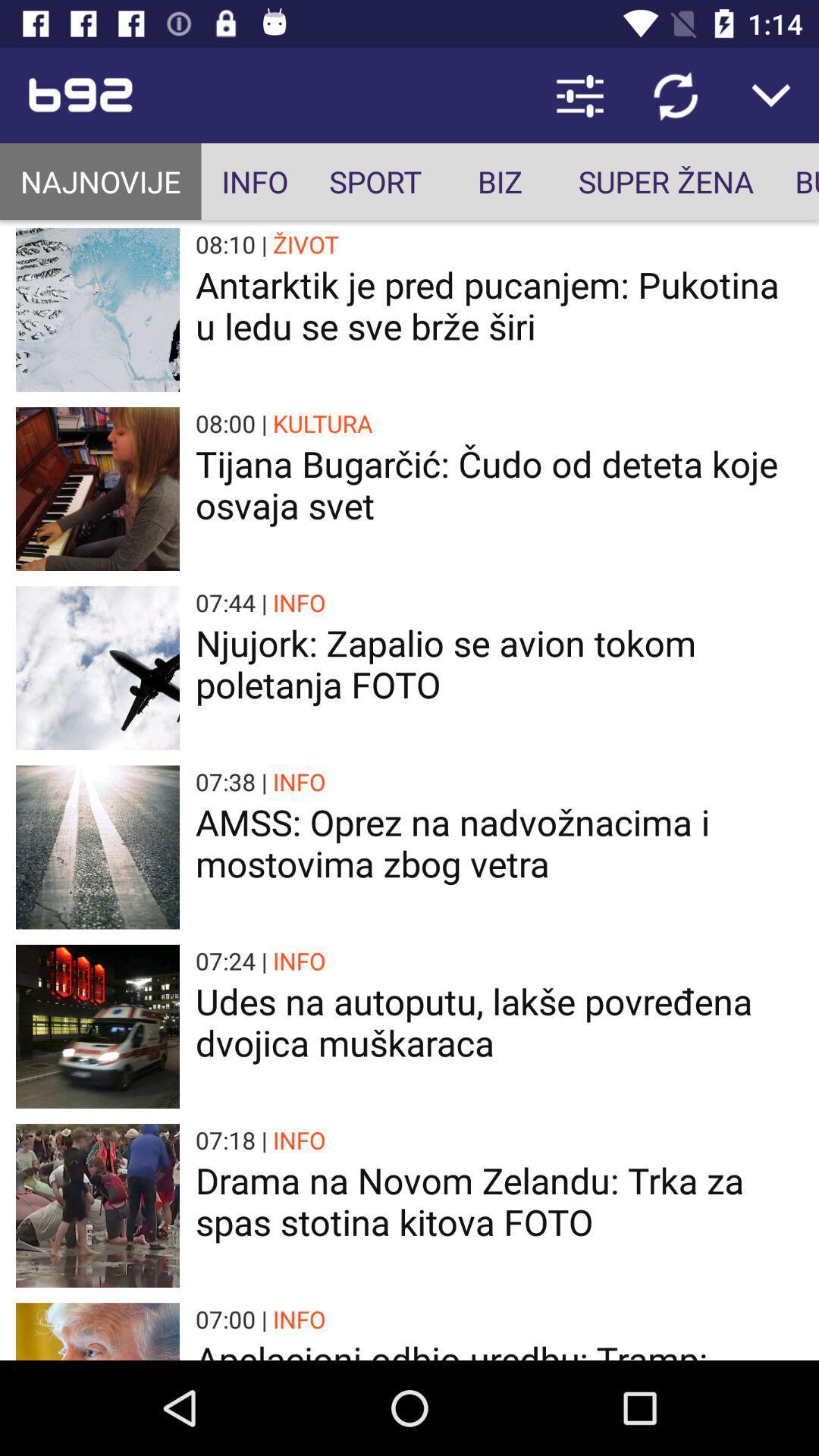 This screenshot has width=819, height=1456. What do you see at coordinates (795, 181) in the screenshot?
I see `the bulevar icon` at bounding box center [795, 181].